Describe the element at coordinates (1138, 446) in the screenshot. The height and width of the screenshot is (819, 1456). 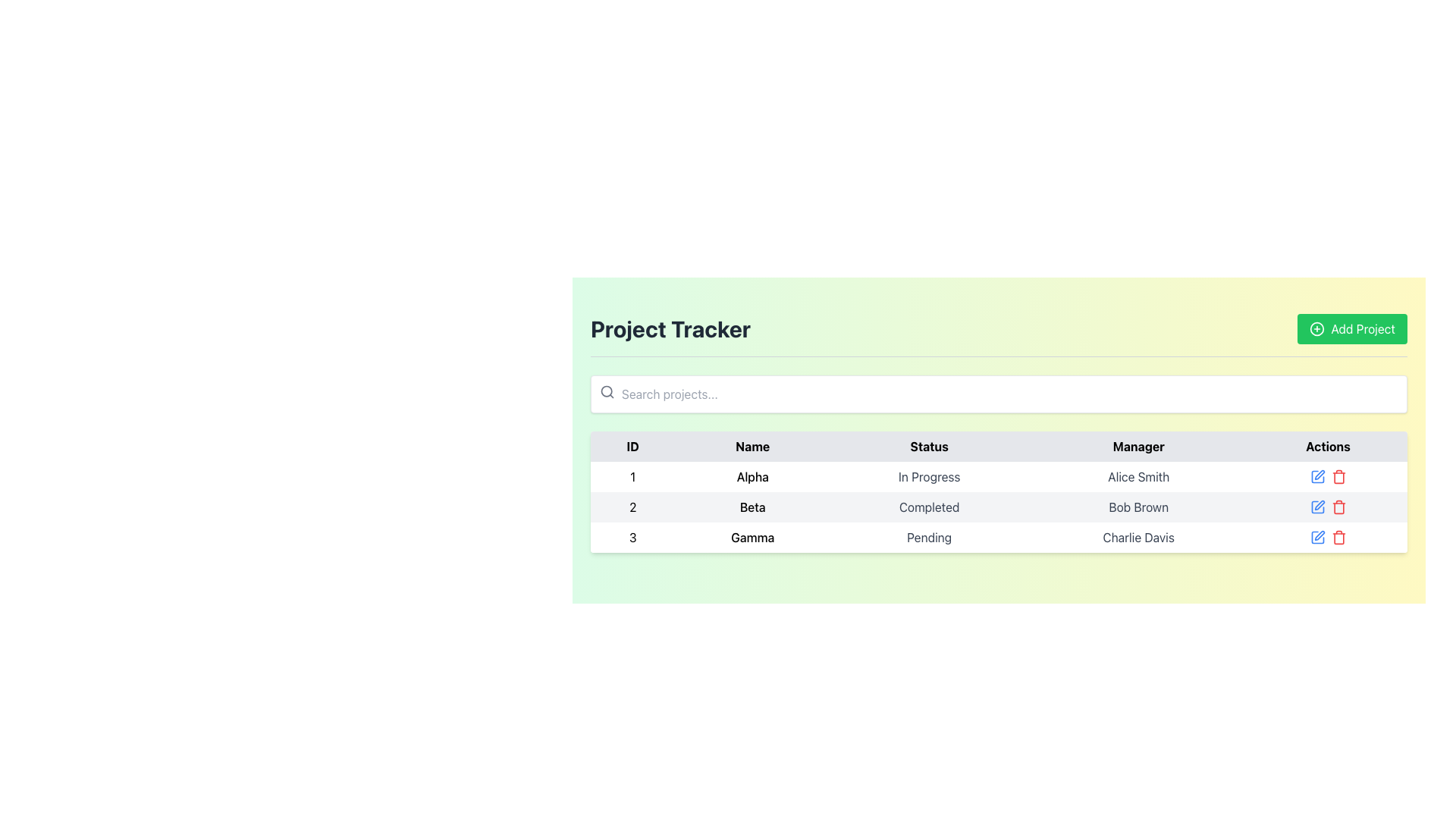
I see `the 'Manager' column header in the project tracker table, which is located between the 'Status' and 'Actions' headers` at that location.